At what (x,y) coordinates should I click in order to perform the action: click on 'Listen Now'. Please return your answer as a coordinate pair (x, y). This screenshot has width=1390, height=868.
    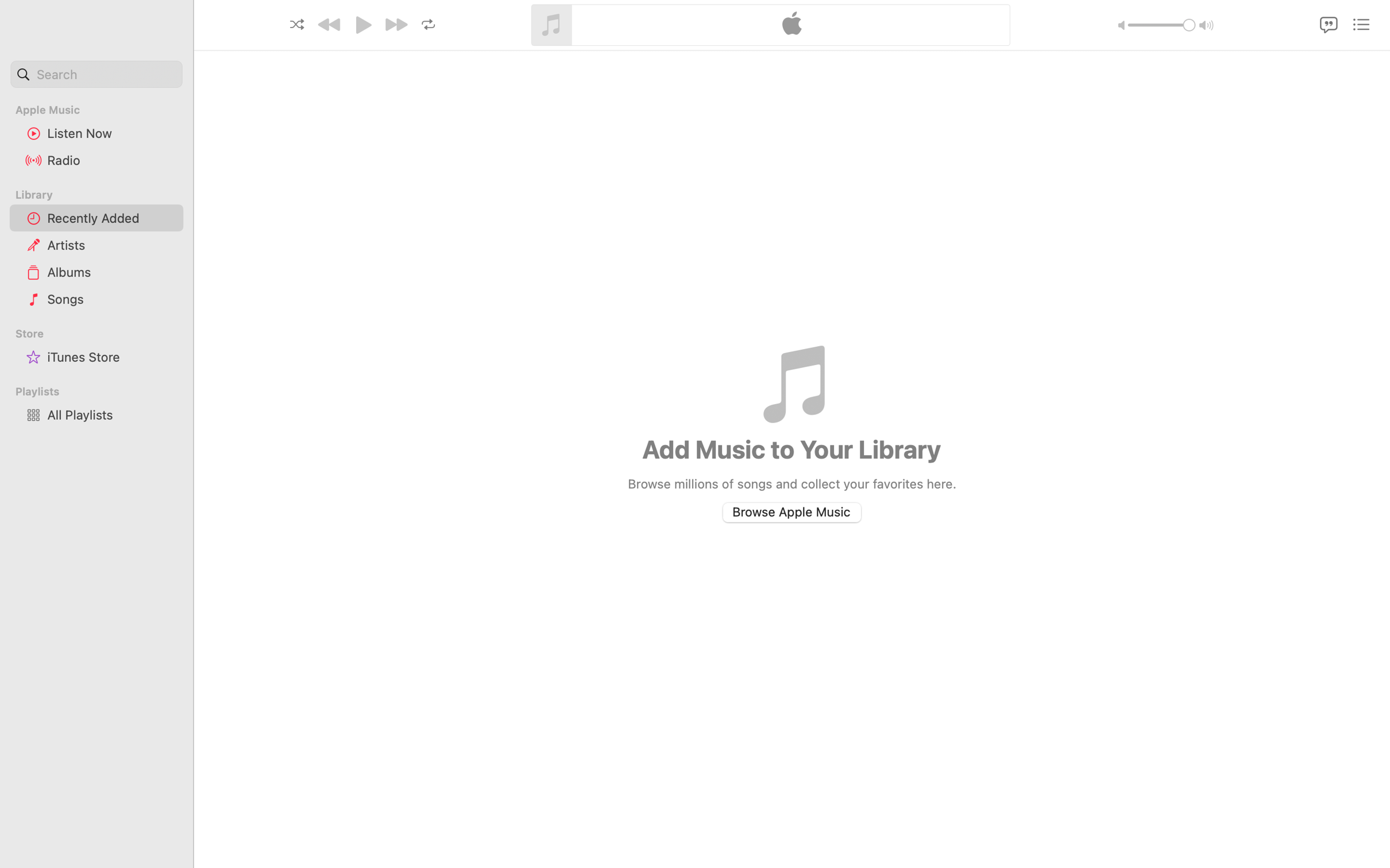
    Looking at the image, I should click on (110, 132).